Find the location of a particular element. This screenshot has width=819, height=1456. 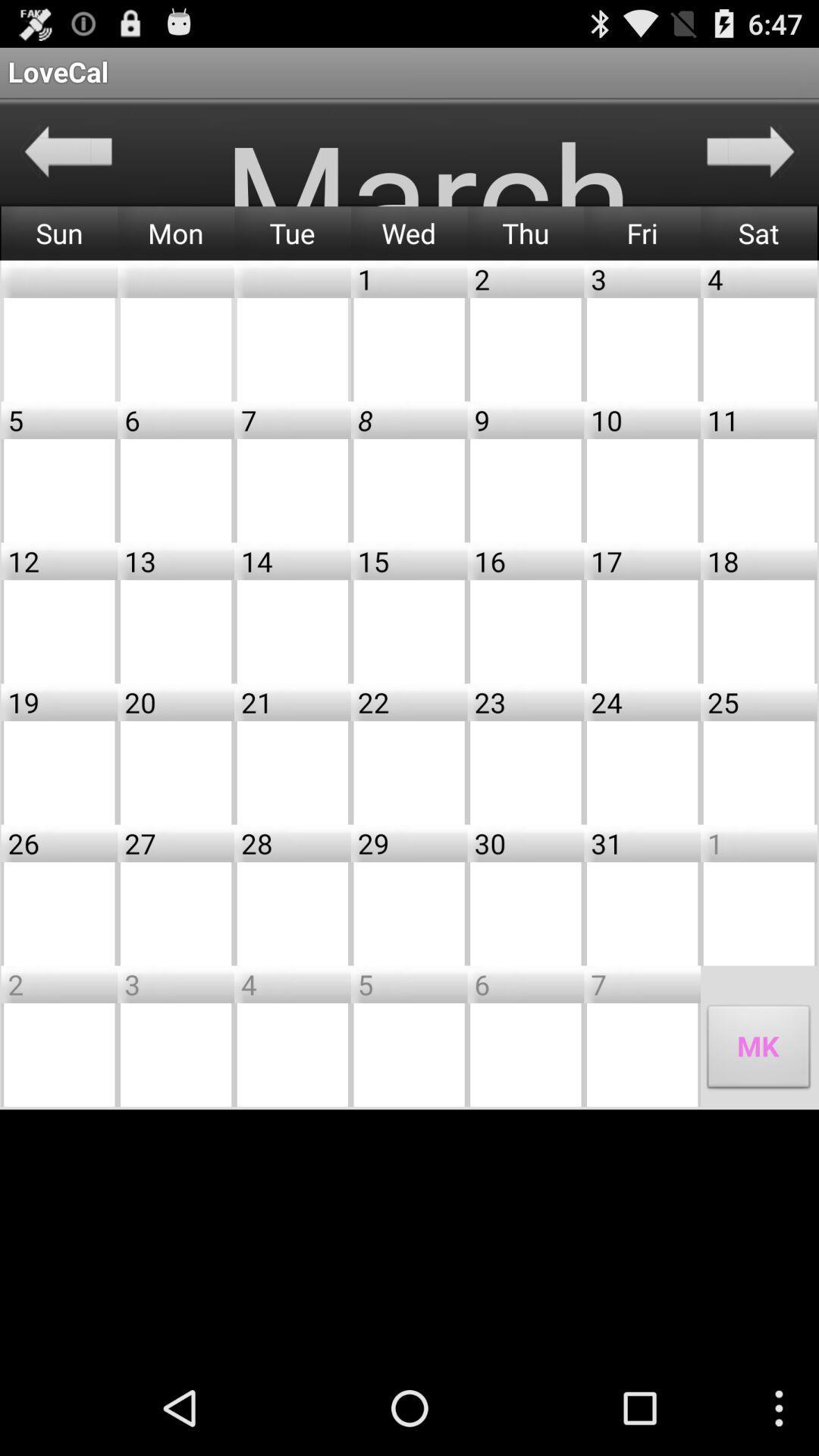

the minus icon is located at coordinates (292, 1128).